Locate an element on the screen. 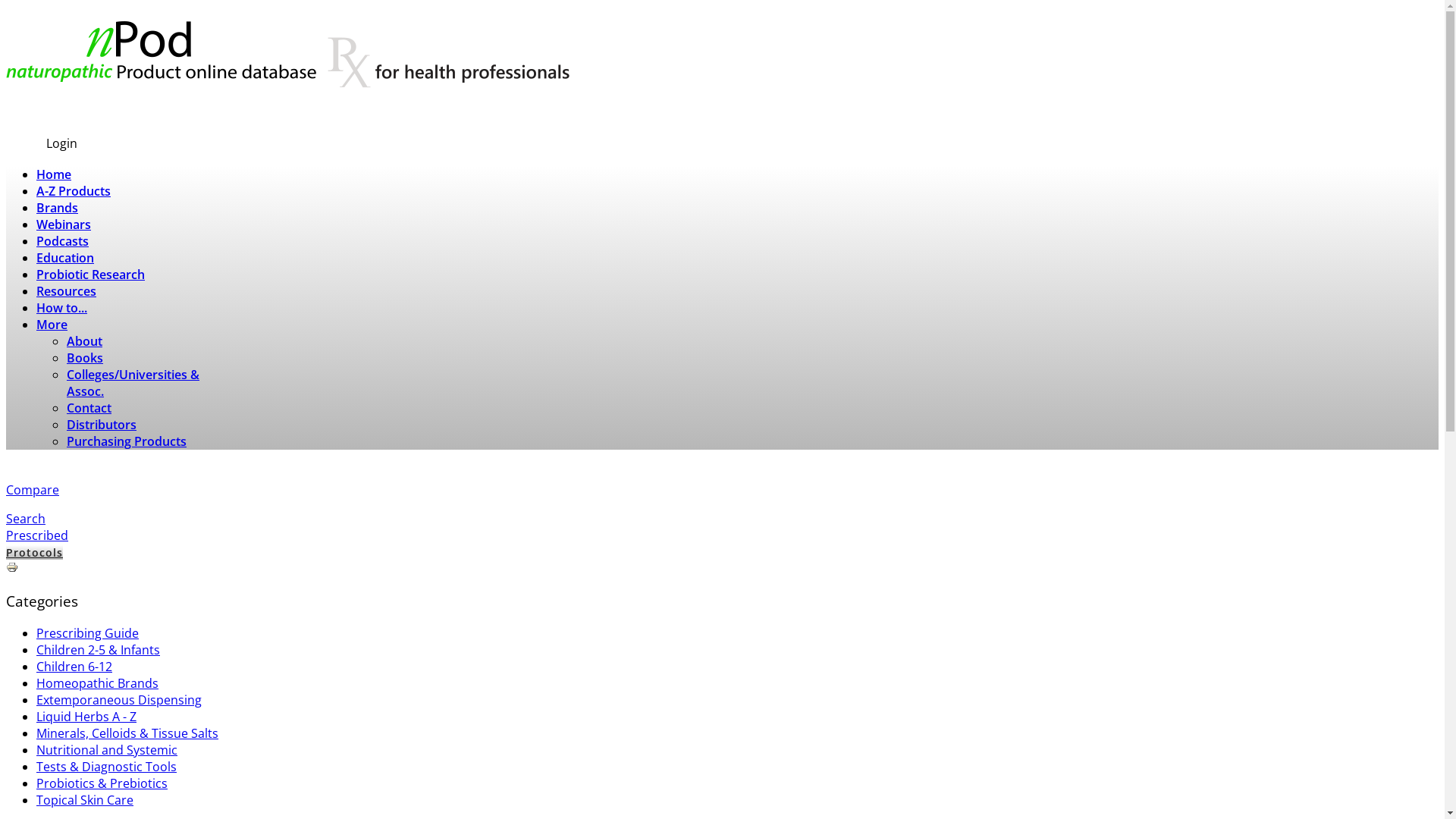 This screenshot has height=819, width=1456. 'Protocols' is located at coordinates (34, 552).